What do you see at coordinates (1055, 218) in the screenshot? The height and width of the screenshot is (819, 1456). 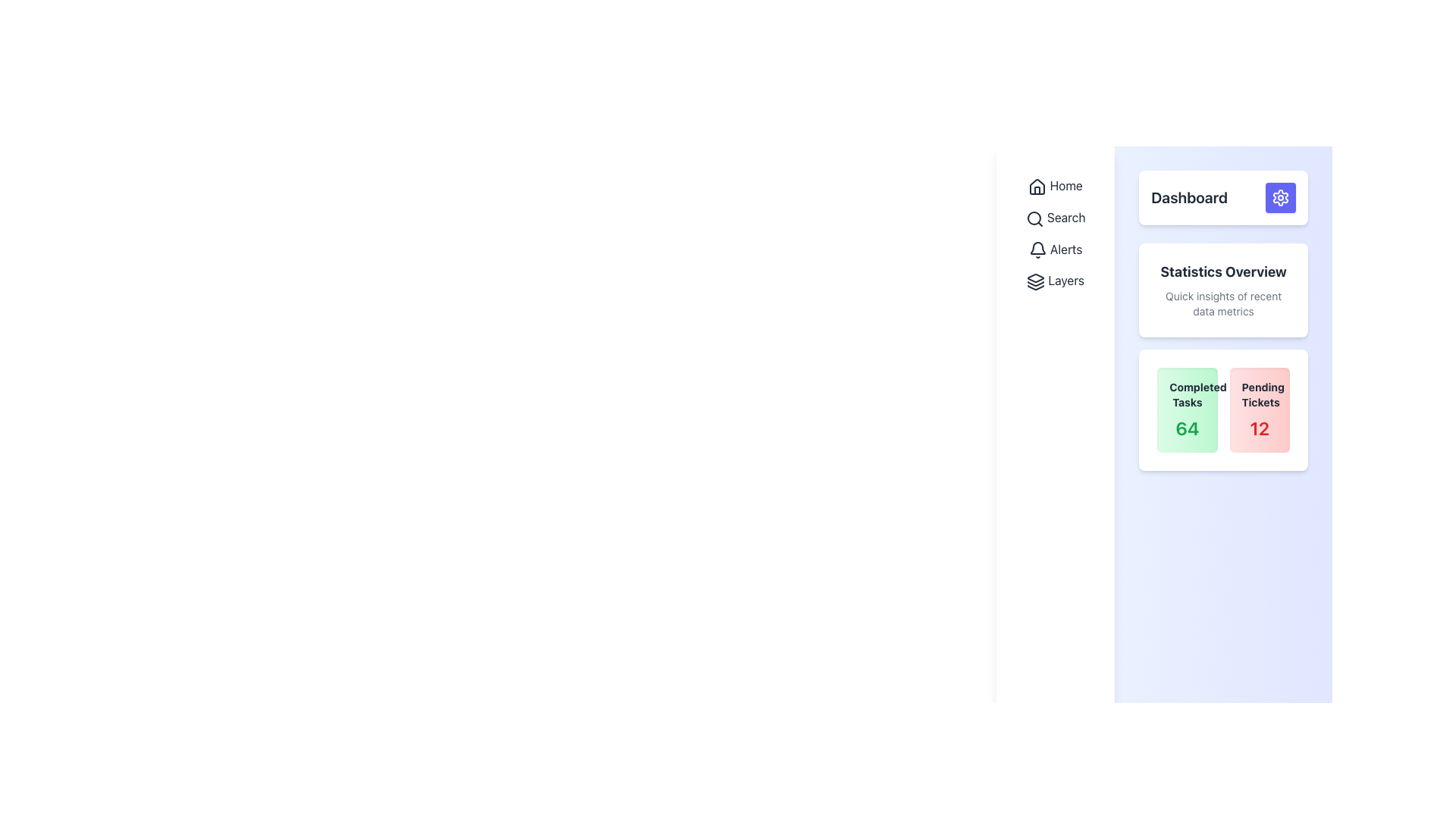 I see `the 'Search' menu item, which is the second item in the vertical menu` at bounding box center [1055, 218].